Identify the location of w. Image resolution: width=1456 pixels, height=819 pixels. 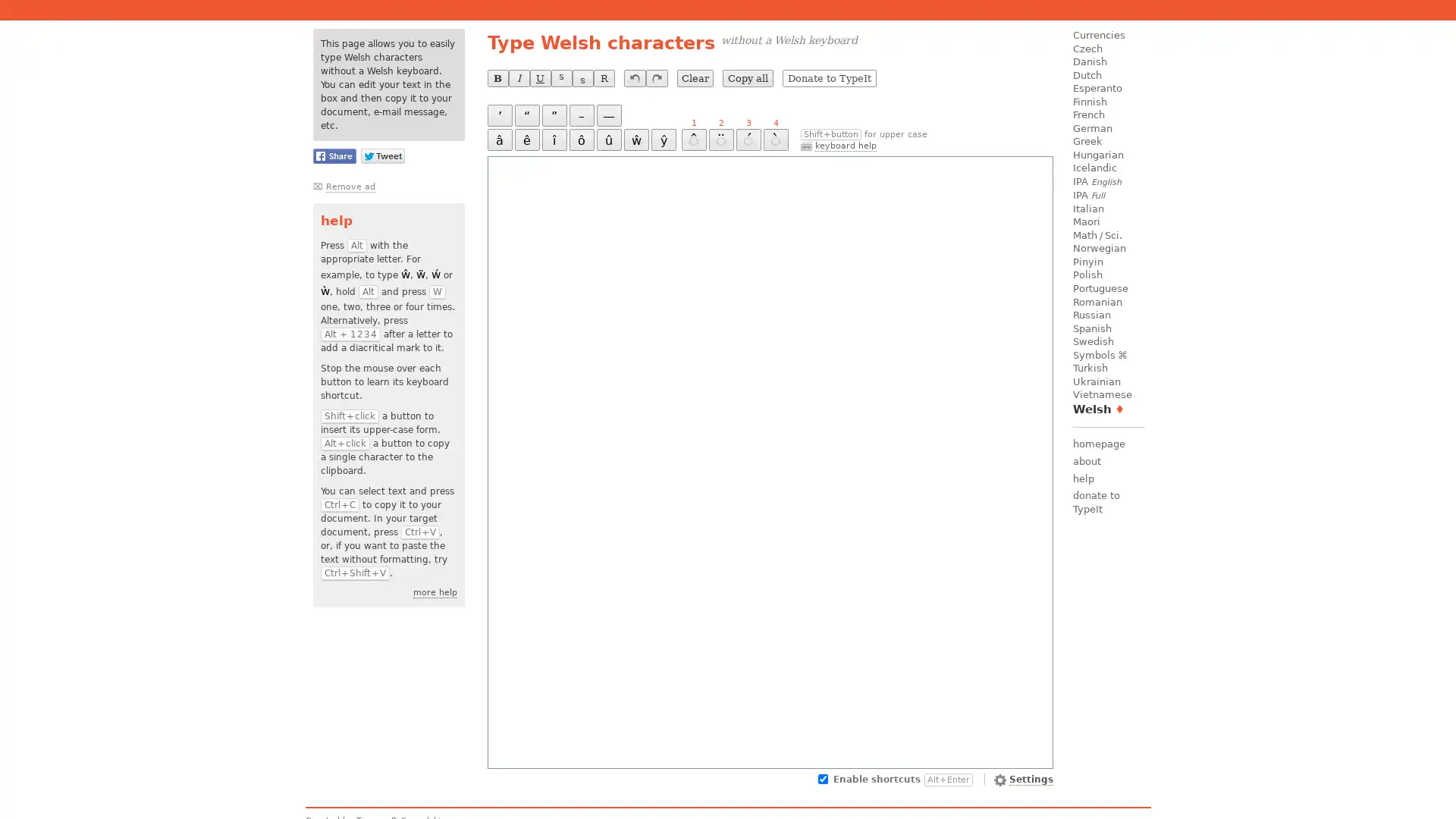
(635, 140).